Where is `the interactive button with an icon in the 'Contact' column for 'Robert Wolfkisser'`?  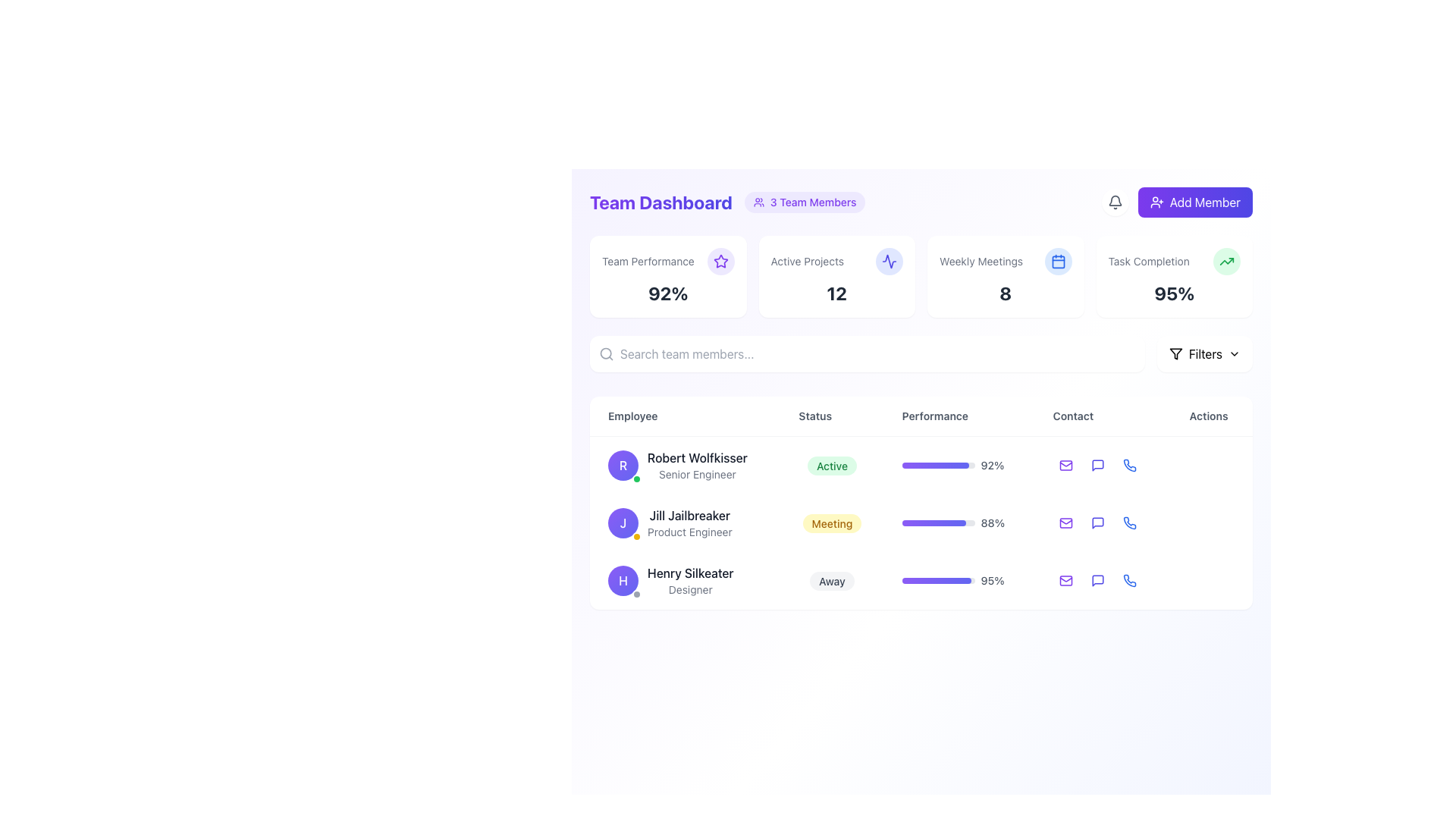 the interactive button with an icon in the 'Contact' column for 'Robert Wolfkisser' is located at coordinates (1097, 464).